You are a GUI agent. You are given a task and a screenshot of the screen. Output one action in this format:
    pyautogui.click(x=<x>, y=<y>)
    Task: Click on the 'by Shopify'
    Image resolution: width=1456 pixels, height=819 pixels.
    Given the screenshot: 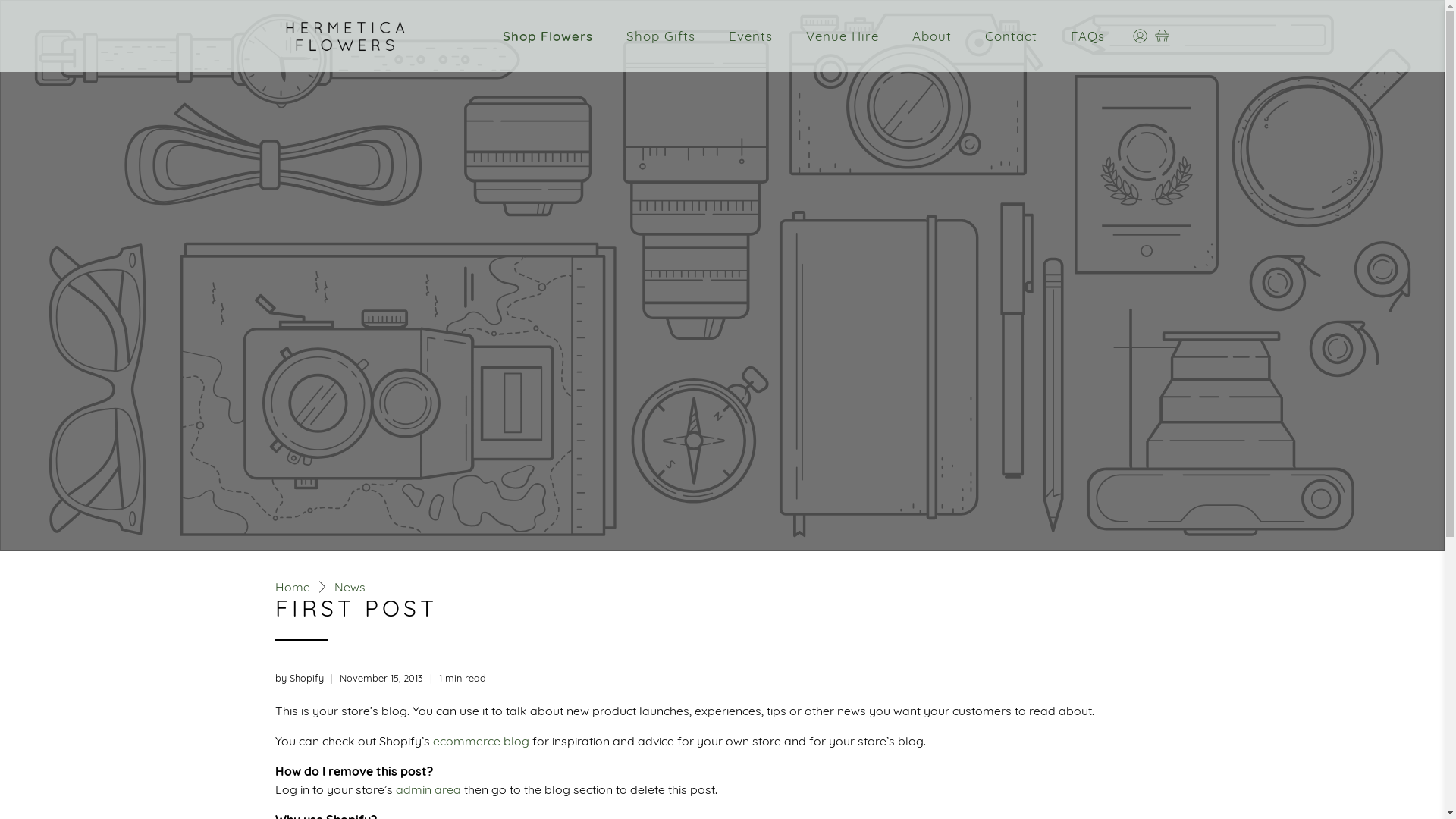 What is the action you would take?
    pyautogui.click(x=274, y=677)
    